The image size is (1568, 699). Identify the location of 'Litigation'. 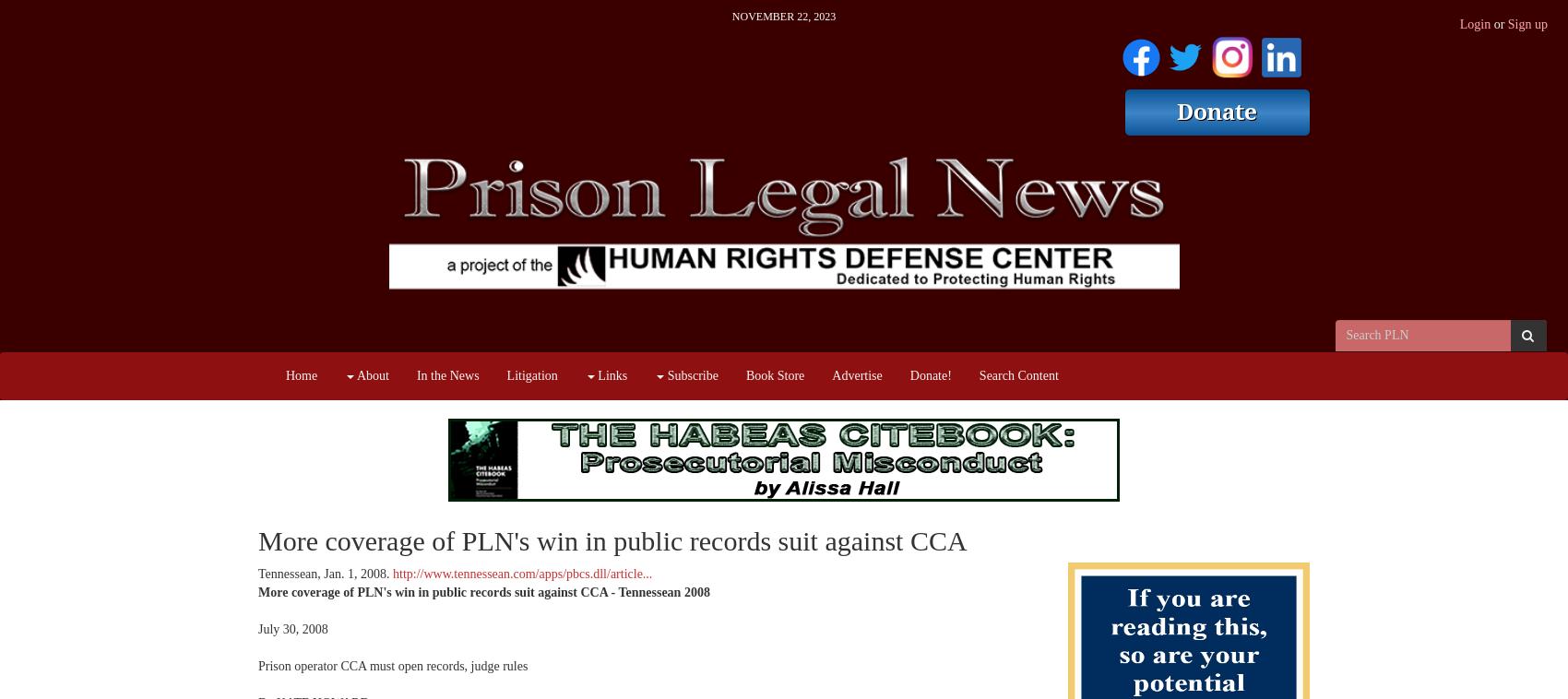
(530, 374).